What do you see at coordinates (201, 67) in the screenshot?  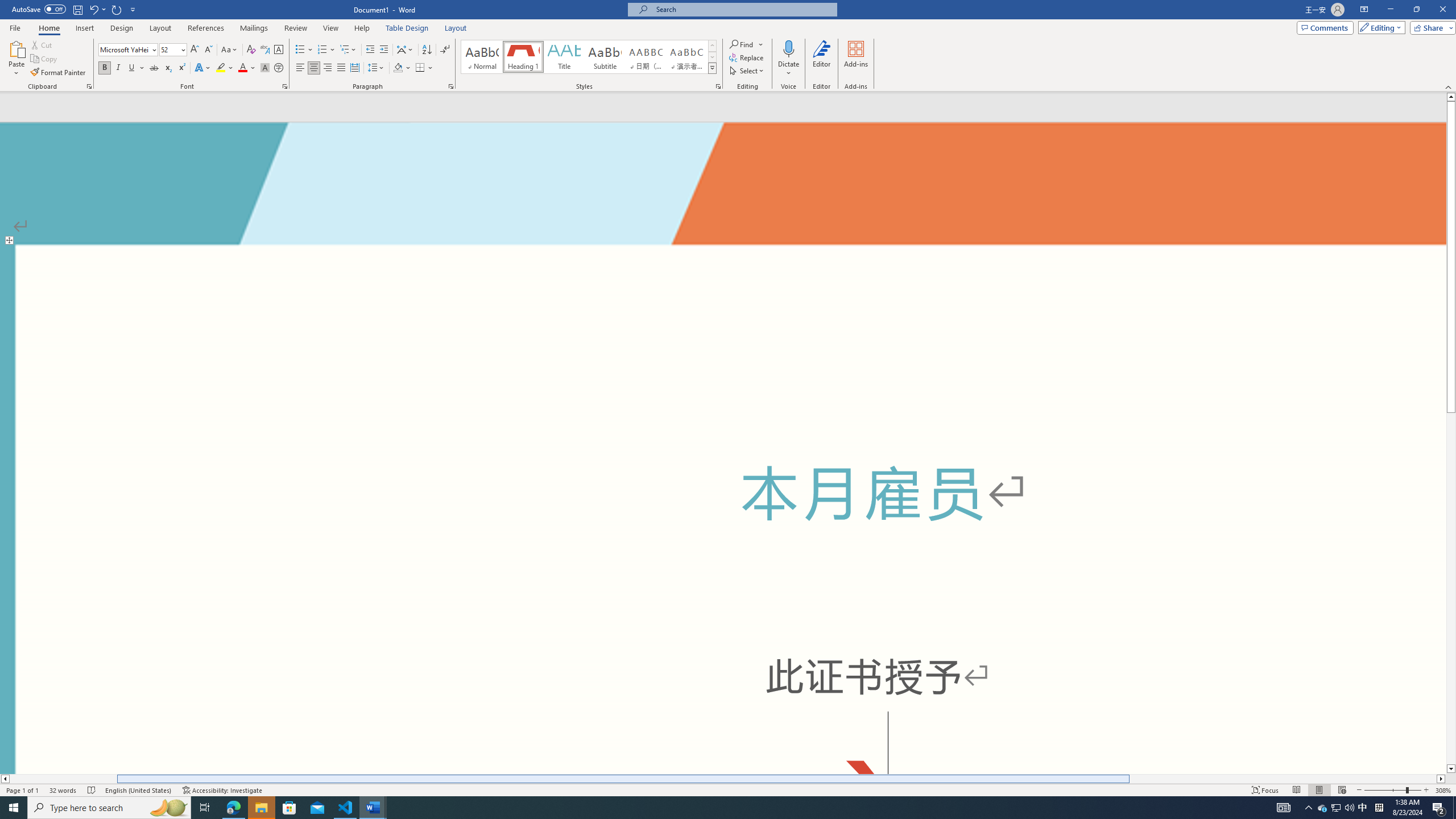 I see `'Text Effects and Typography'` at bounding box center [201, 67].